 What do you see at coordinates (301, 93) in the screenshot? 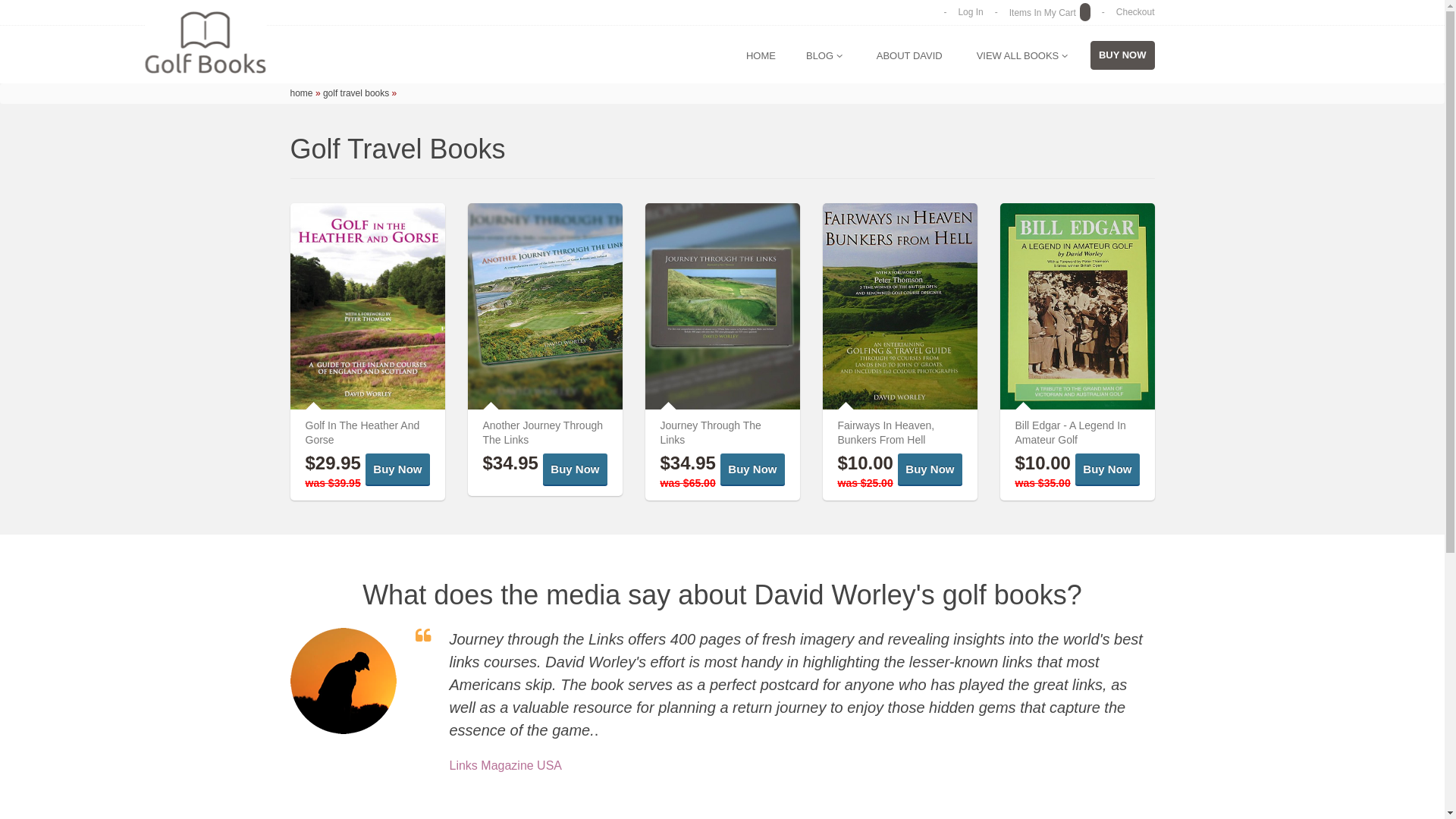
I see `'home'` at bounding box center [301, 93].